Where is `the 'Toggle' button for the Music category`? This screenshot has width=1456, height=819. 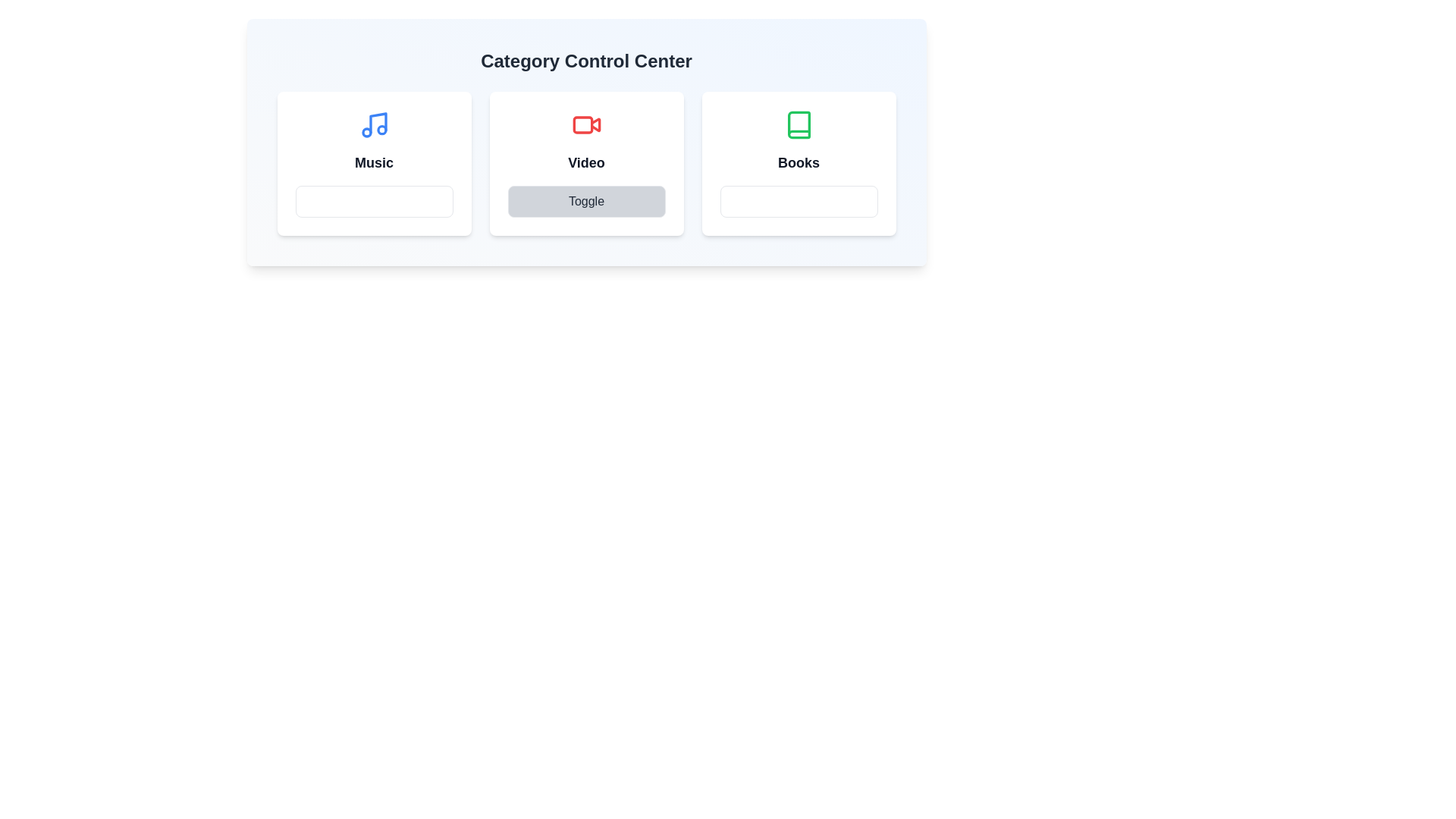
the 'Toggle' button for the Music category is located at coordinates (374, 201).